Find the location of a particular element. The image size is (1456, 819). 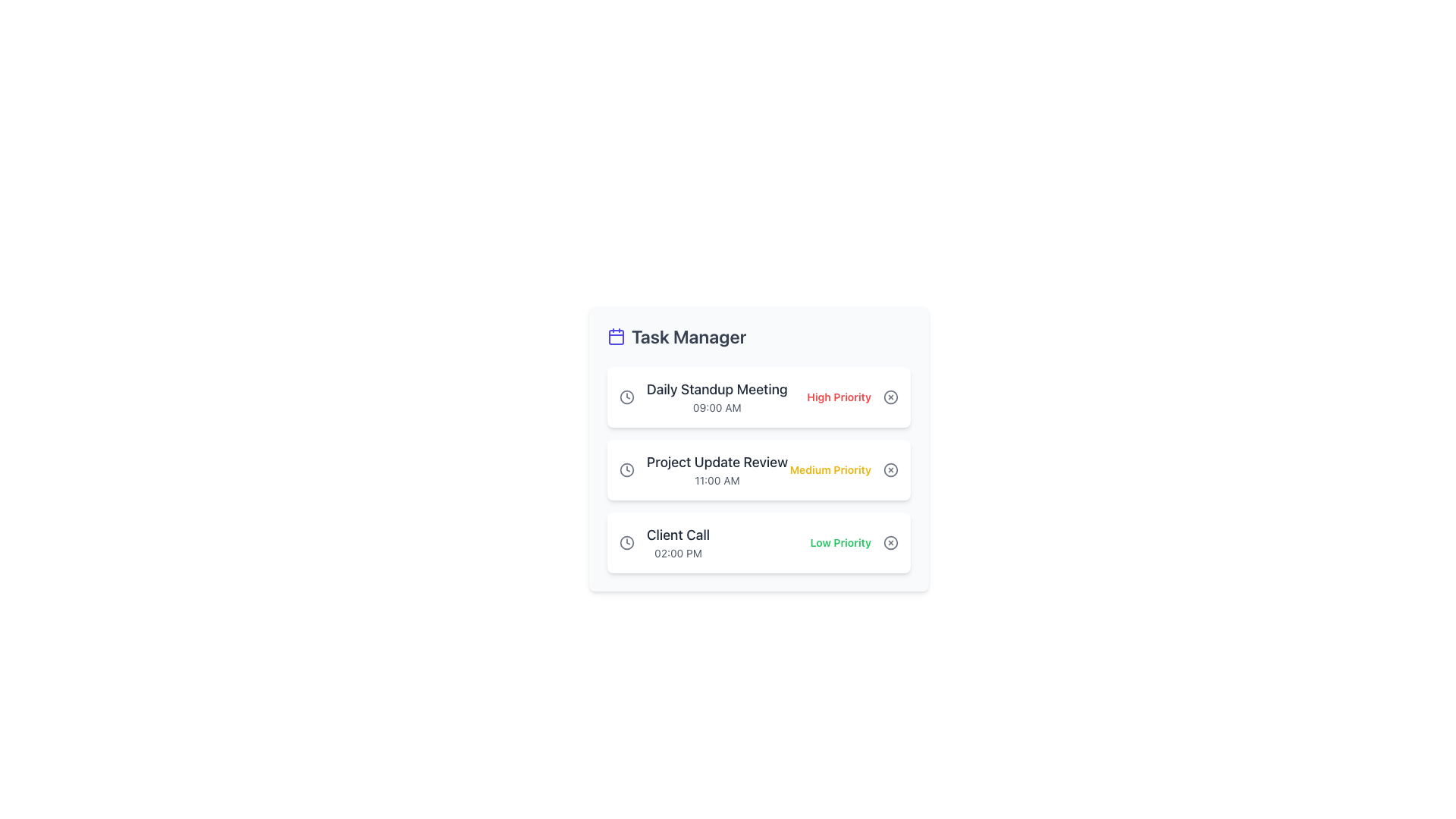

the clock icon with a circular border located at the beginning of the list item for 'Daily Standup Meeting', which is aligned with other icons in the layout is located at coordinates (626, 397).